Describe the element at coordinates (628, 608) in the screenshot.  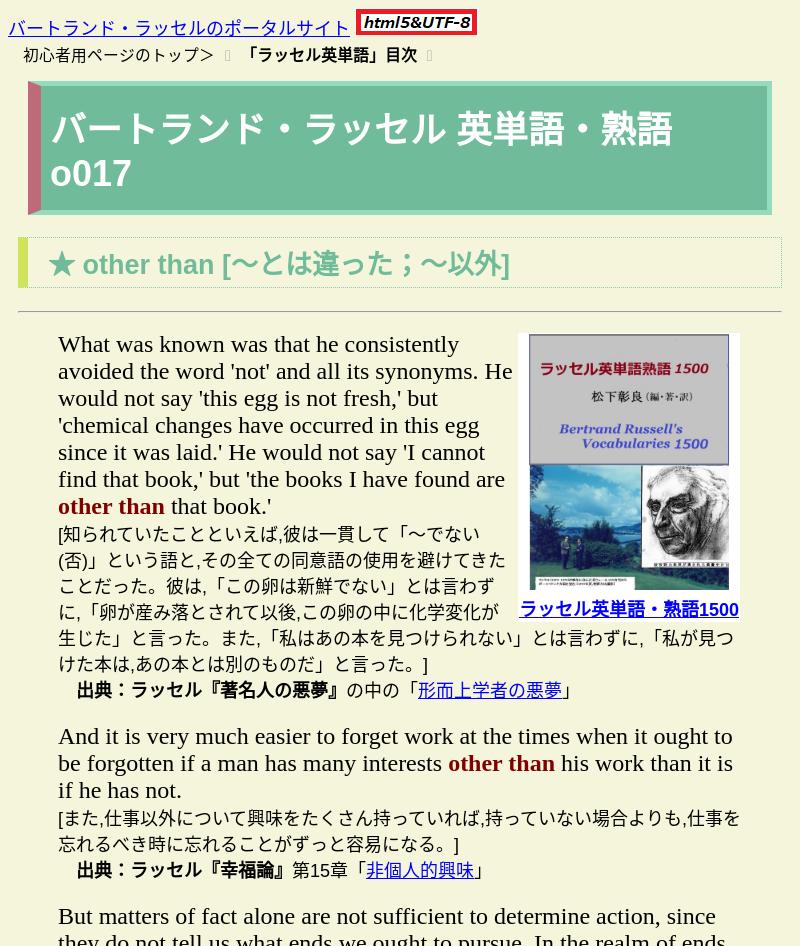
I see `'ラッセル英単語・熟語1500'` at that location.